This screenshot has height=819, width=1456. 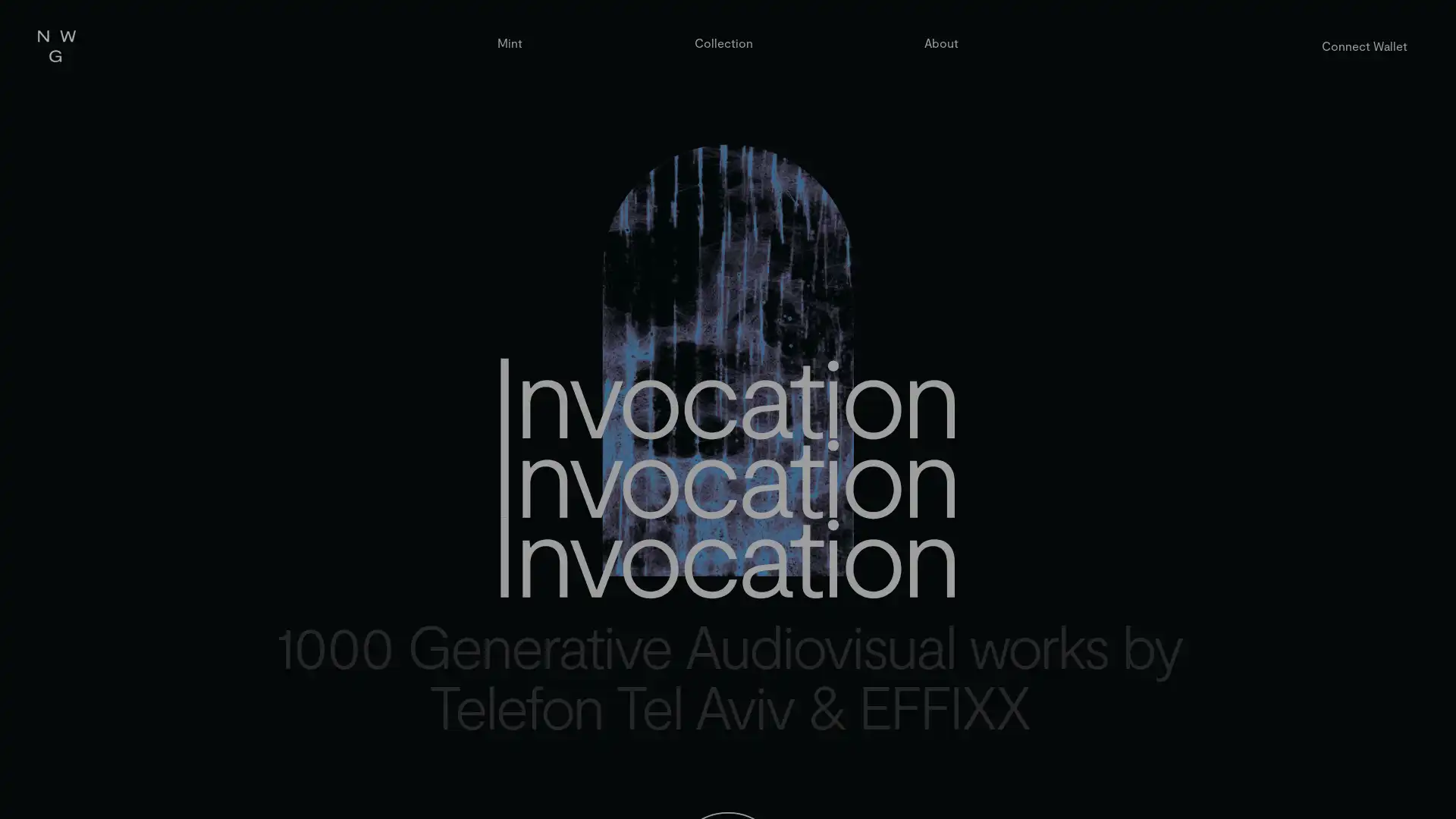 What do you see at coordinates (1364, 45) in the screenshot?
I see `Connect Wallet` at bounding box center [1364, 45].